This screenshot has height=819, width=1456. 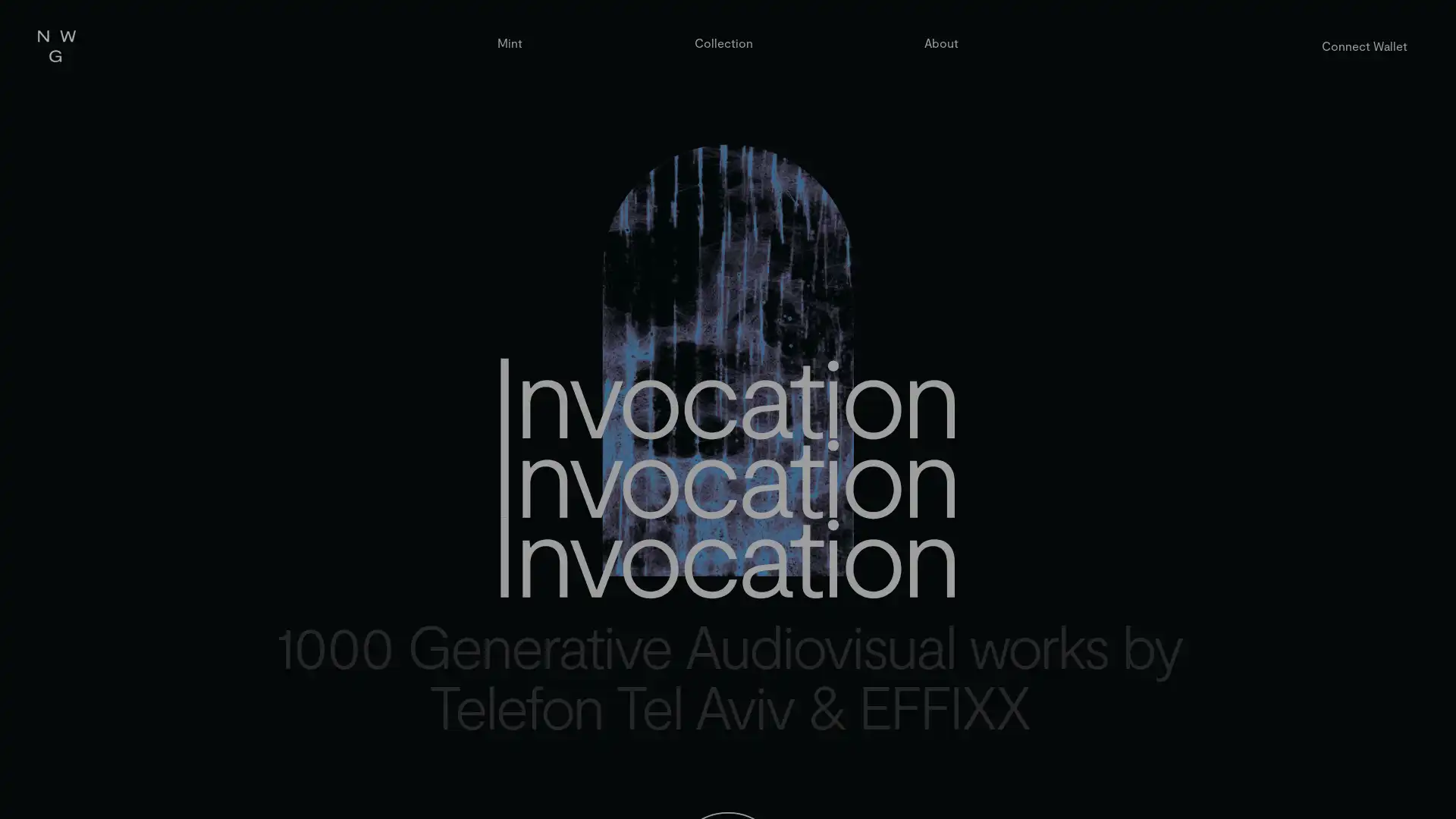 What do you see at coordinates (1364, 45) in the screenshot?
I see `Connect Wallet` at bounding box center [1364, 45].